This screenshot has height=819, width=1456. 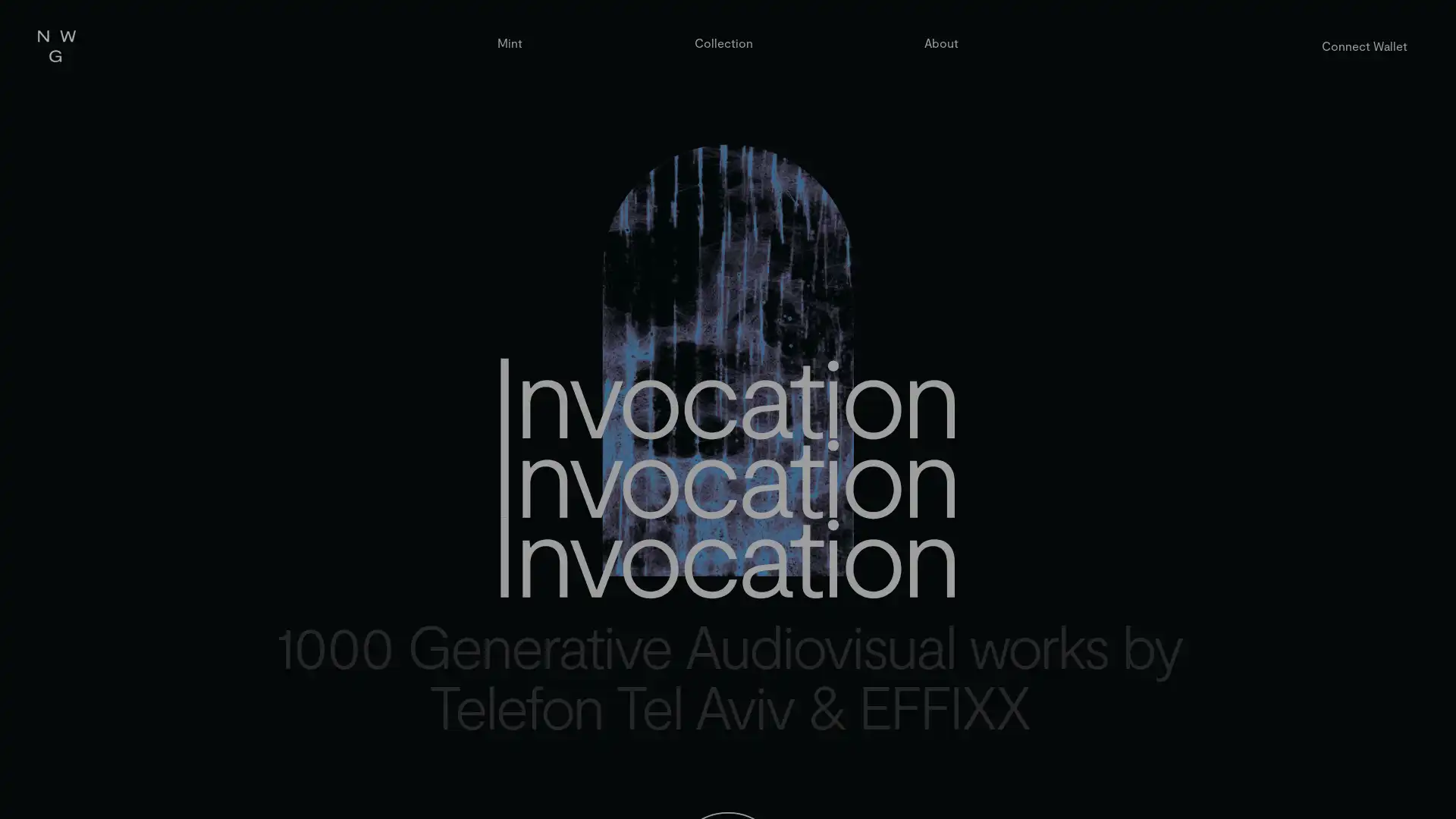 What do you see at coordinates (1364, 45) in the screenshot?
I see `Connect Wallet` at bounding box center [1364, 45].